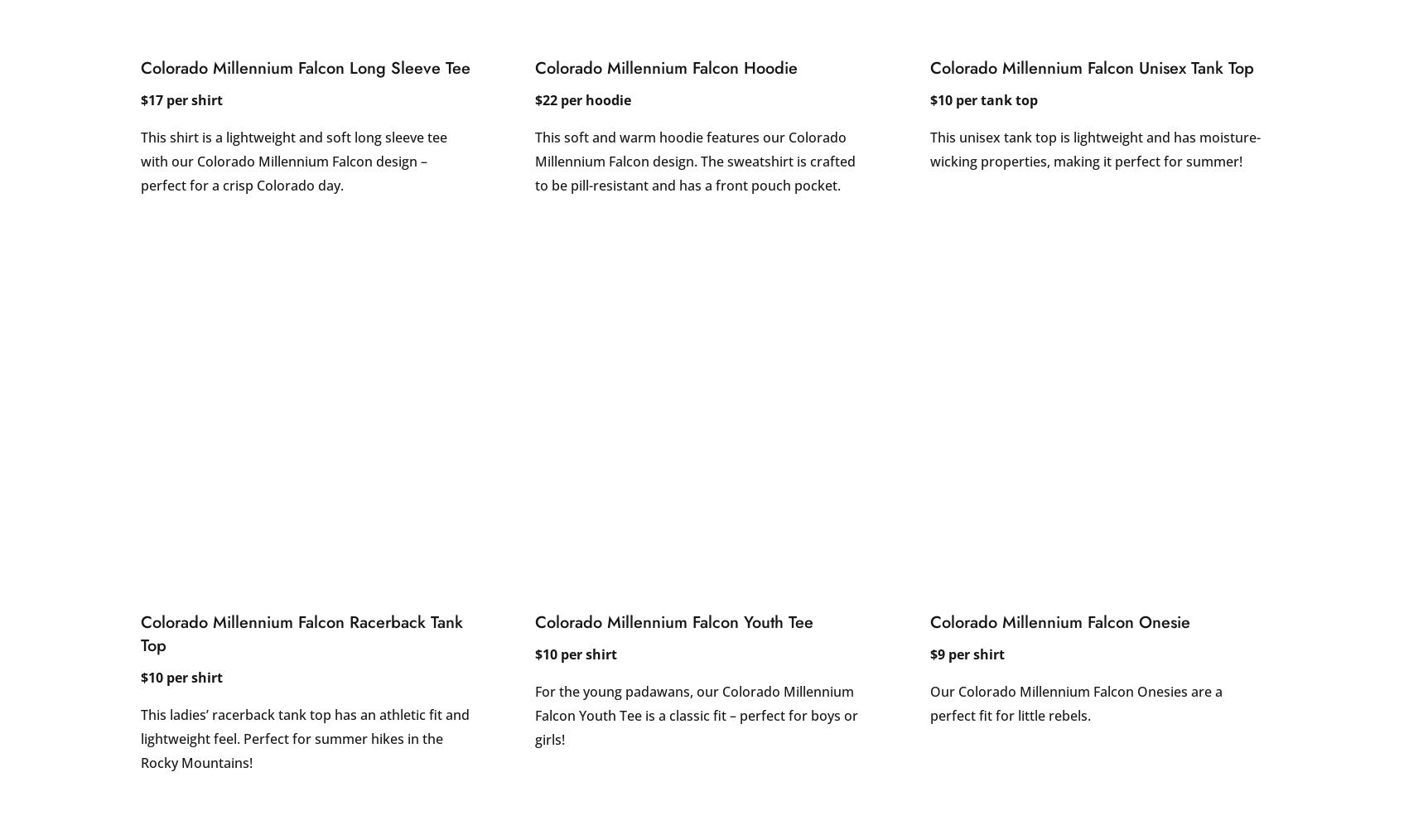 The height and width of the screenshot is (840, 1404). I want to click on 'Colorado Millennium Falcon Racerback Tank Top', so click(300, 634).